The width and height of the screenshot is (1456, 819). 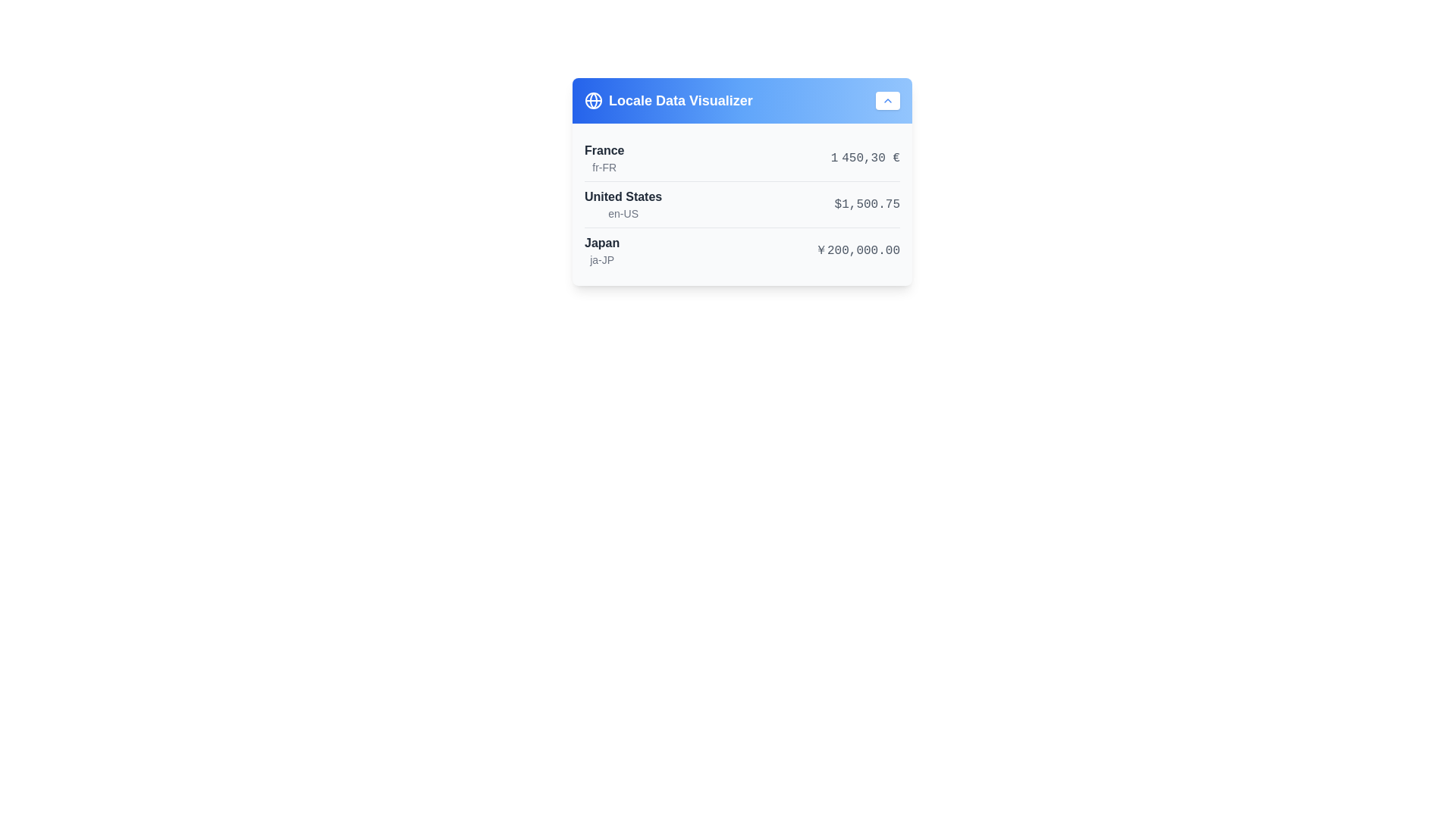 I want to click on the text label that serves as the title or heading for the interface, located centrally within the blue gradient header section, so click(x=679, y=100).